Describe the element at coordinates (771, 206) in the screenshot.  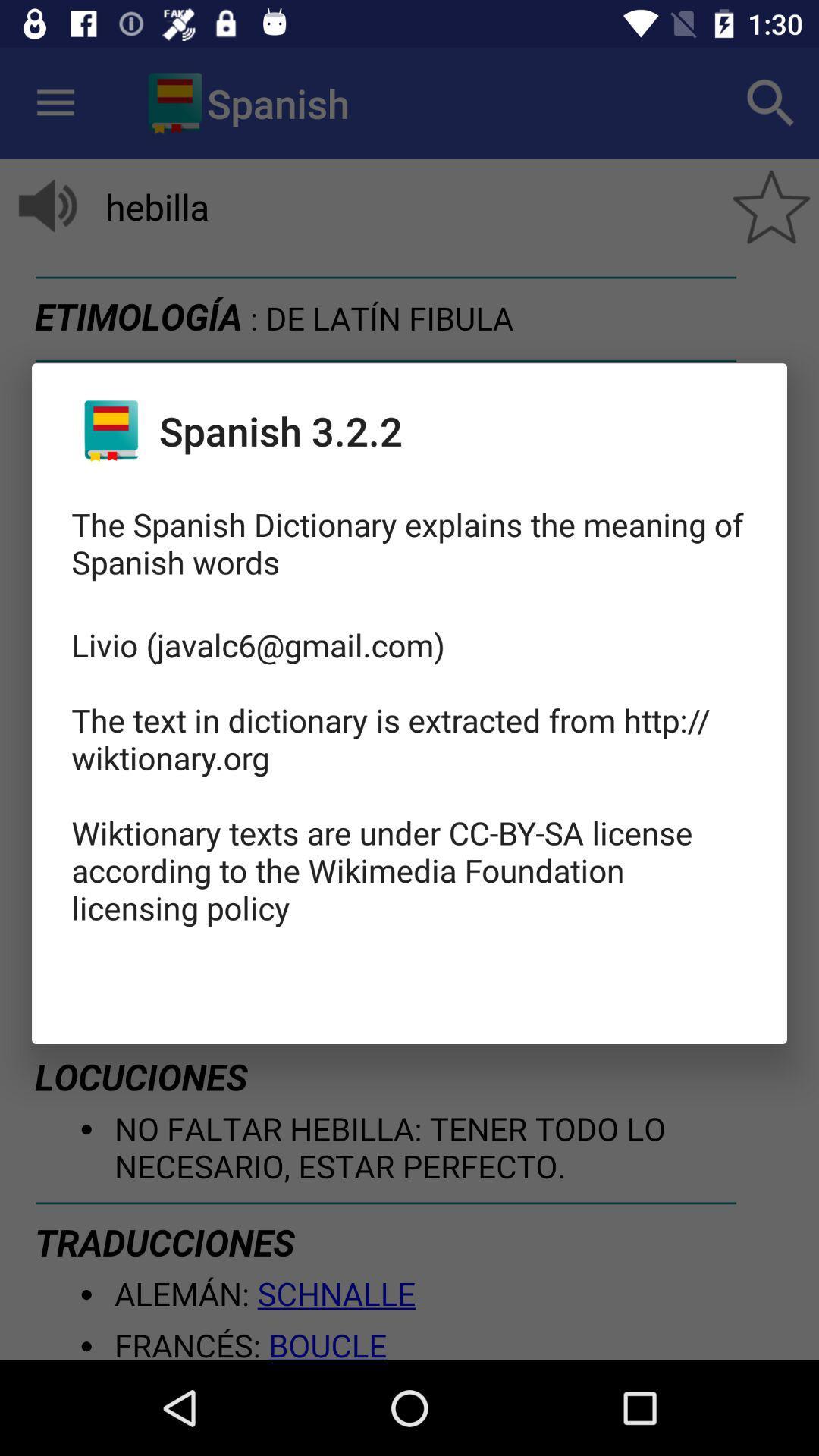
I see `the star icon` at that location.